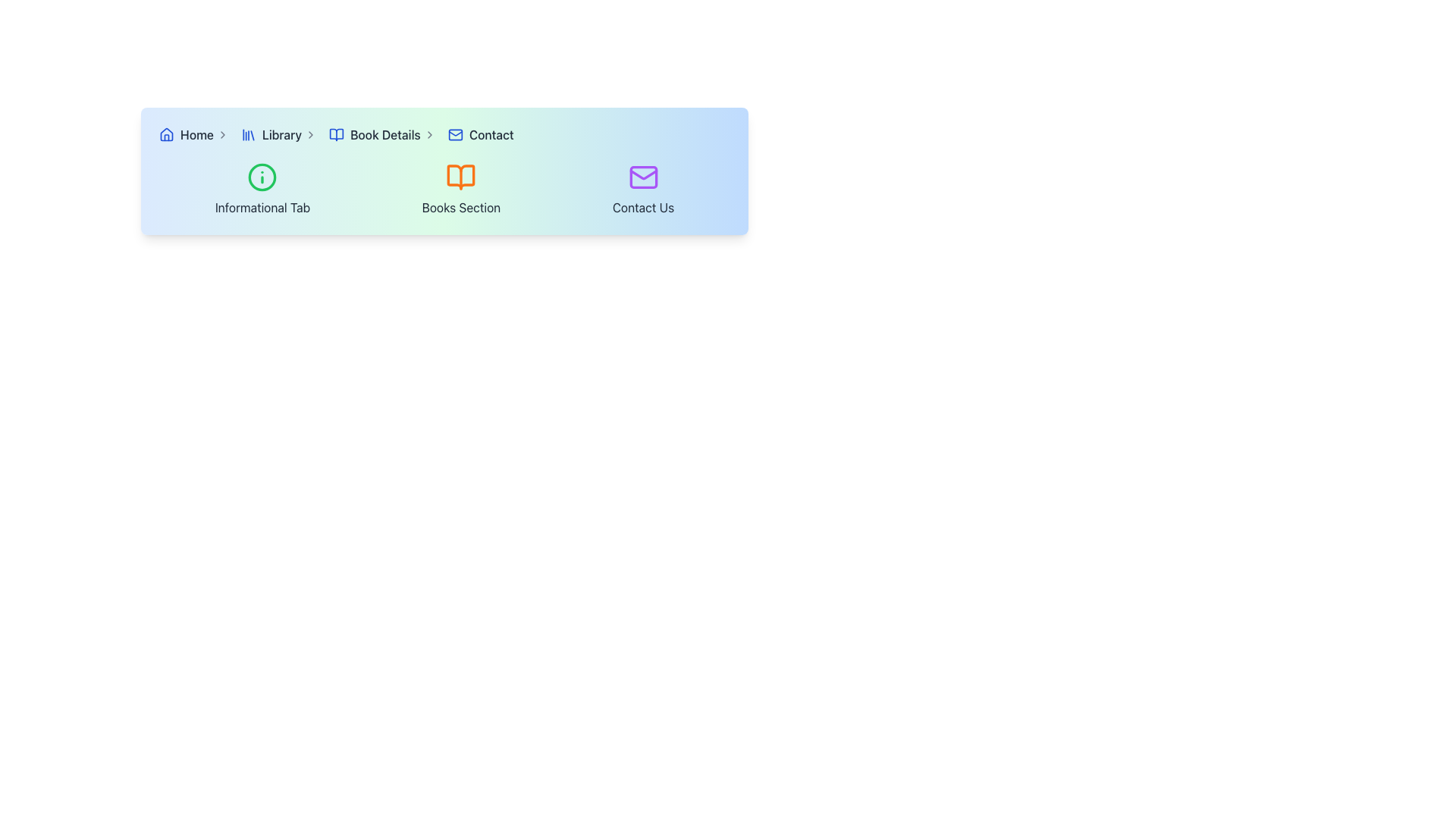  I want to click on the central Circular SVG element positioned in the header section of the interface, so click(262, 177).